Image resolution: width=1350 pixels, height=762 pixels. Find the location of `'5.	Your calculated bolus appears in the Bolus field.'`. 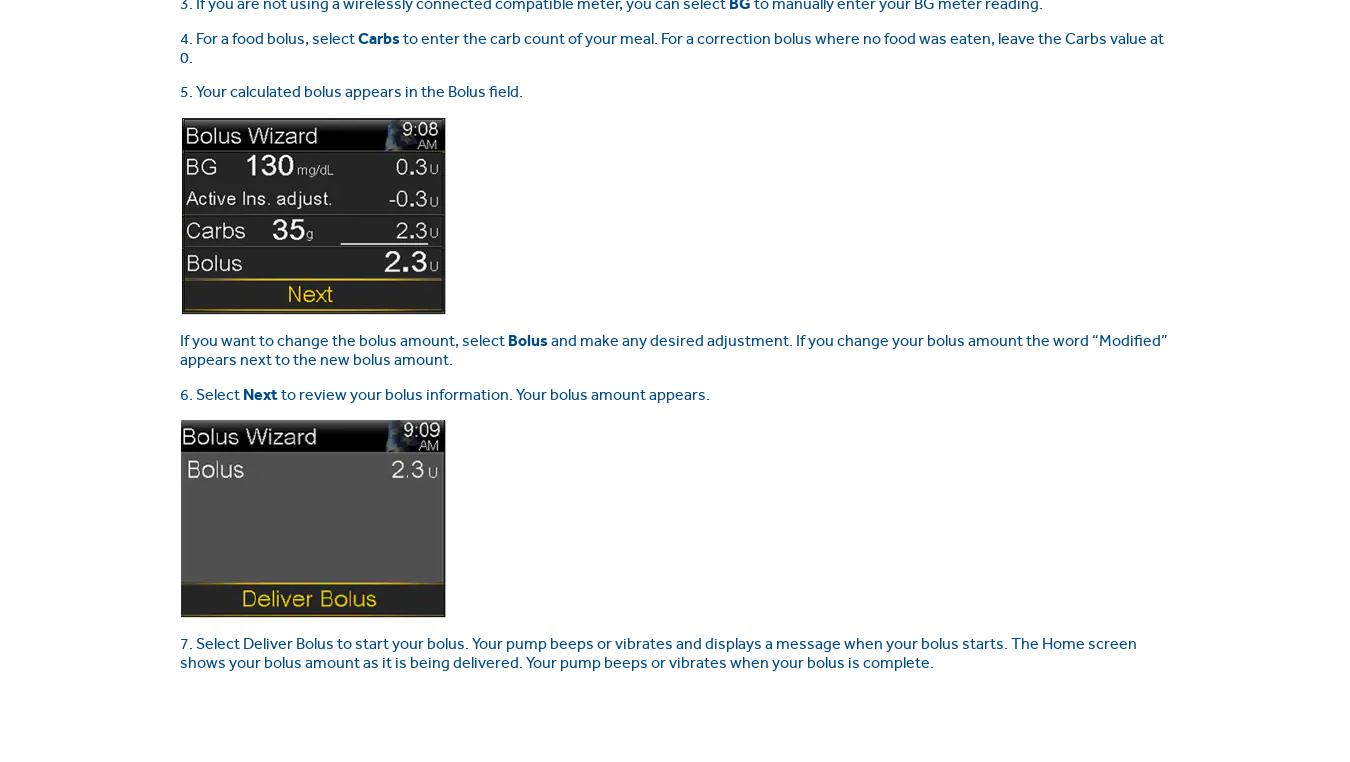

'5.	Your calculated bolus appears in the Bolus field.' is located at coordinates (351, 91).